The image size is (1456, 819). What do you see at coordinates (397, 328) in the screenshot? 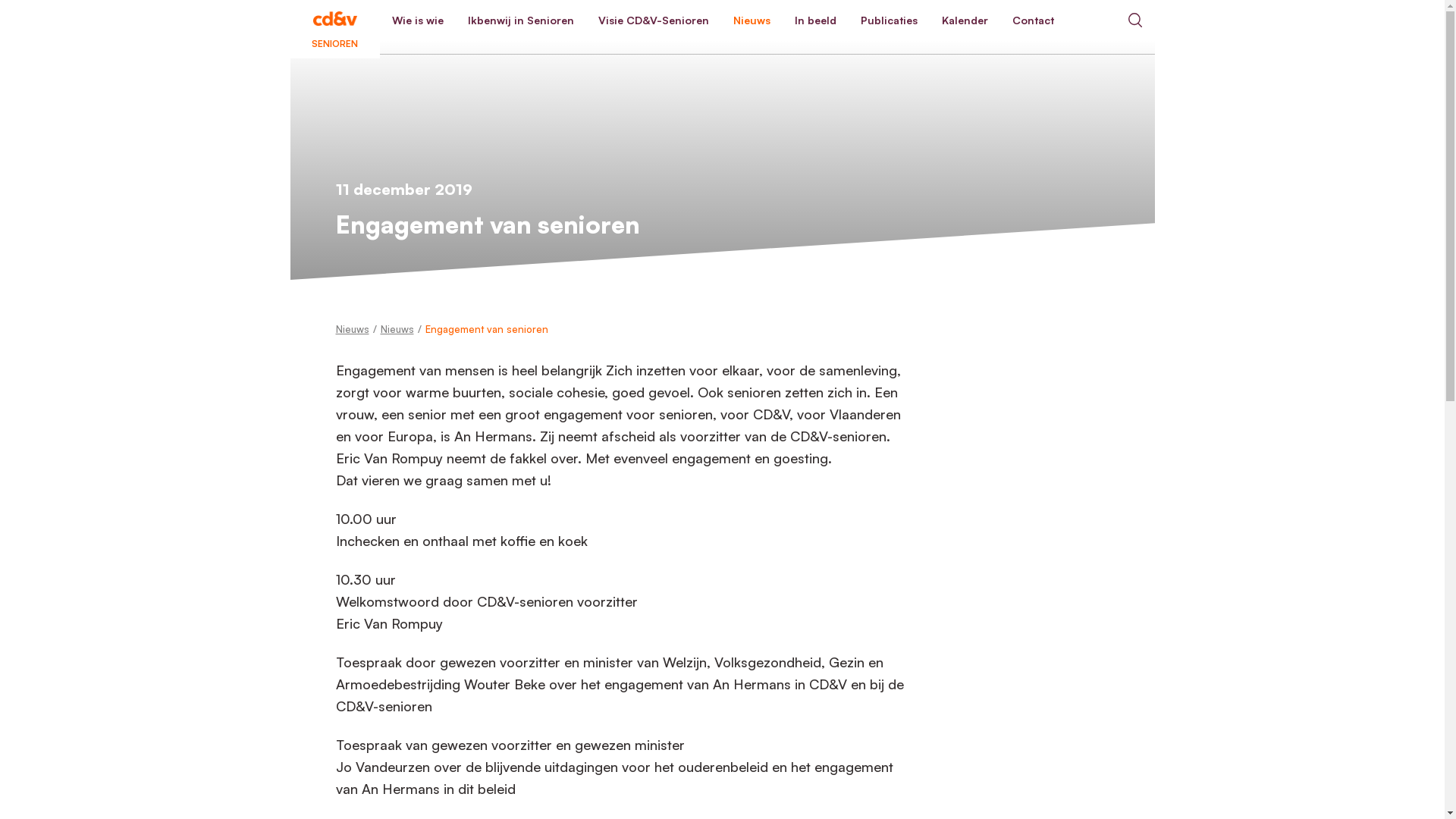
I see `'Nieuws'` at bounding box center [397, 328].